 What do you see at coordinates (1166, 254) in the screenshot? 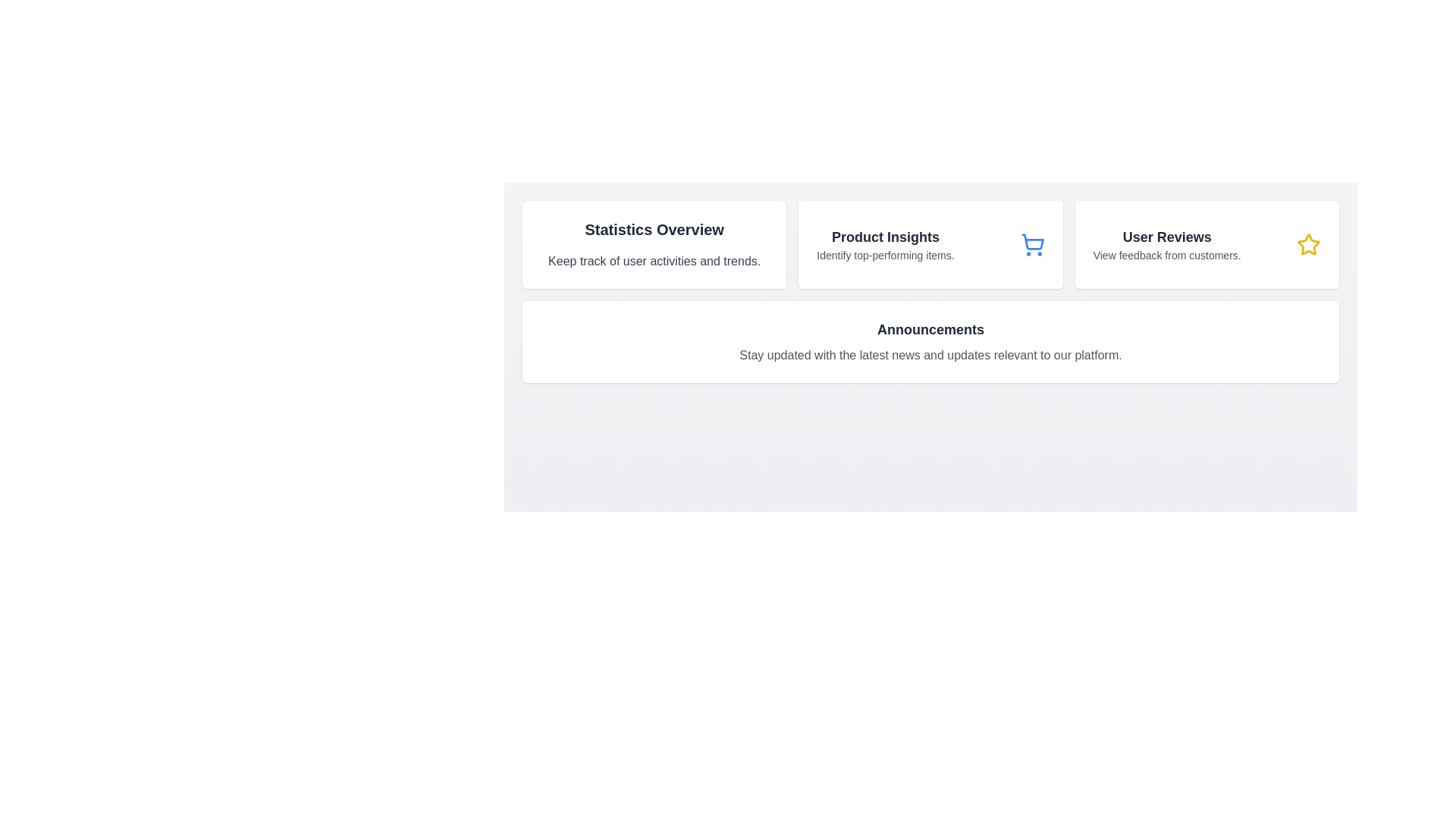
I see `the text snippet styled in gray that reads 'View feedback from customers.' located directly below the 'User Reviews' heading within the card layout in the top-right corner of the grid layout` at bounding box center [1166, 254].